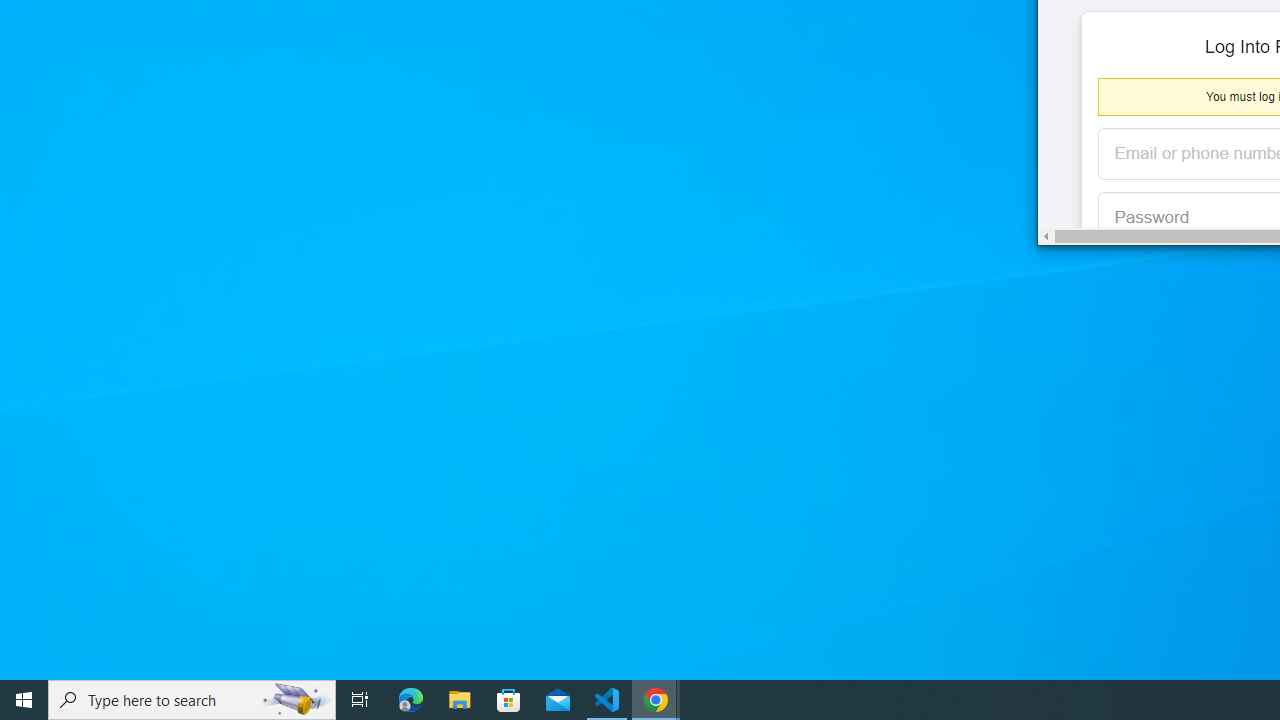 The width and height of the screenshot is (1280, 720). What do you see at coordinates (410, 698) in the screenshot?
I see `'Microsoft Edge'` at bounding box center [410, 698].